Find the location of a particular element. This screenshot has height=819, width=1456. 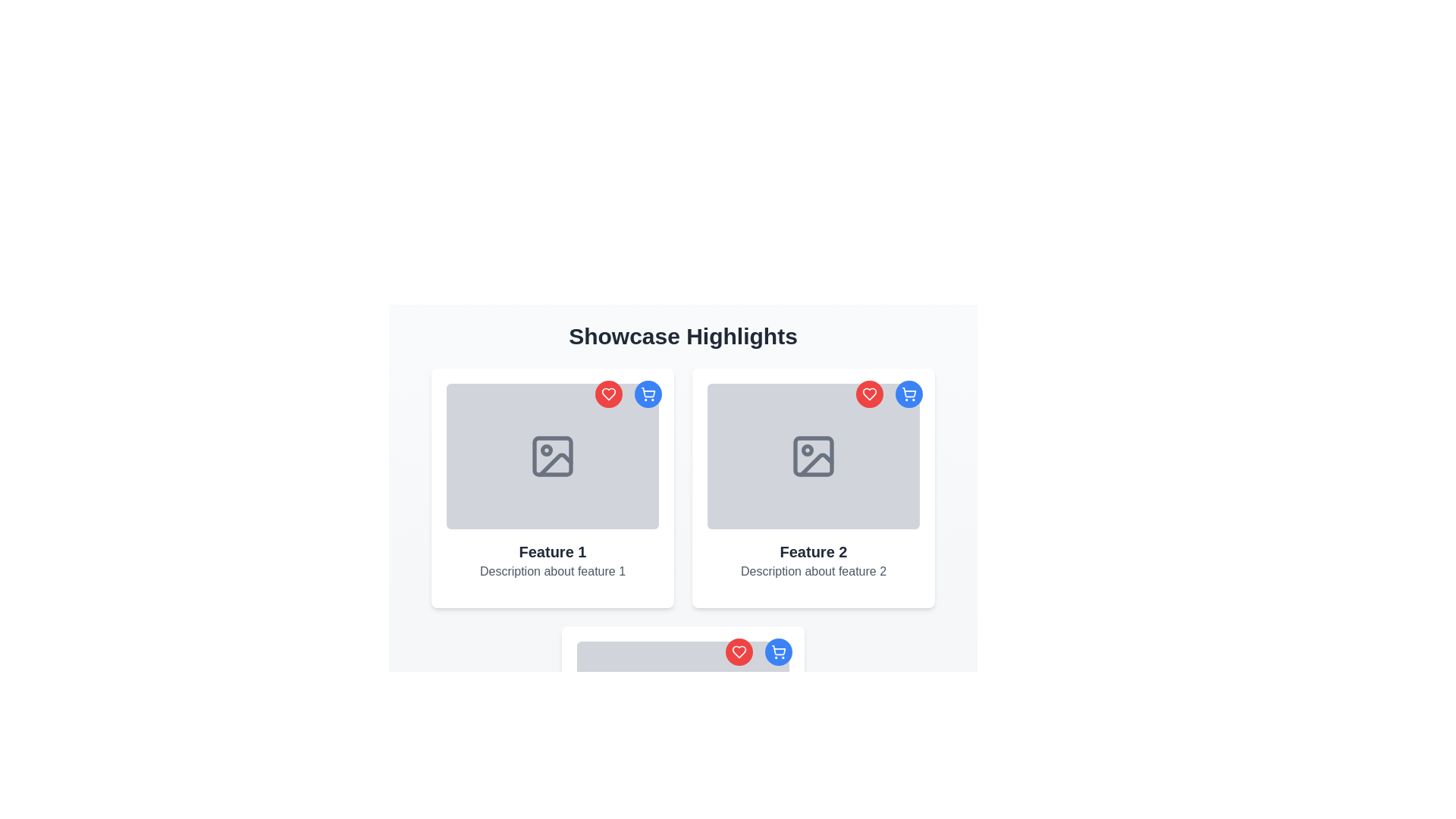

the Decorative circle element located in the upper-left corner of the image icon, which is smaller than its sibling elements and positioned within an SVG group is located at coordinates (546, 450).